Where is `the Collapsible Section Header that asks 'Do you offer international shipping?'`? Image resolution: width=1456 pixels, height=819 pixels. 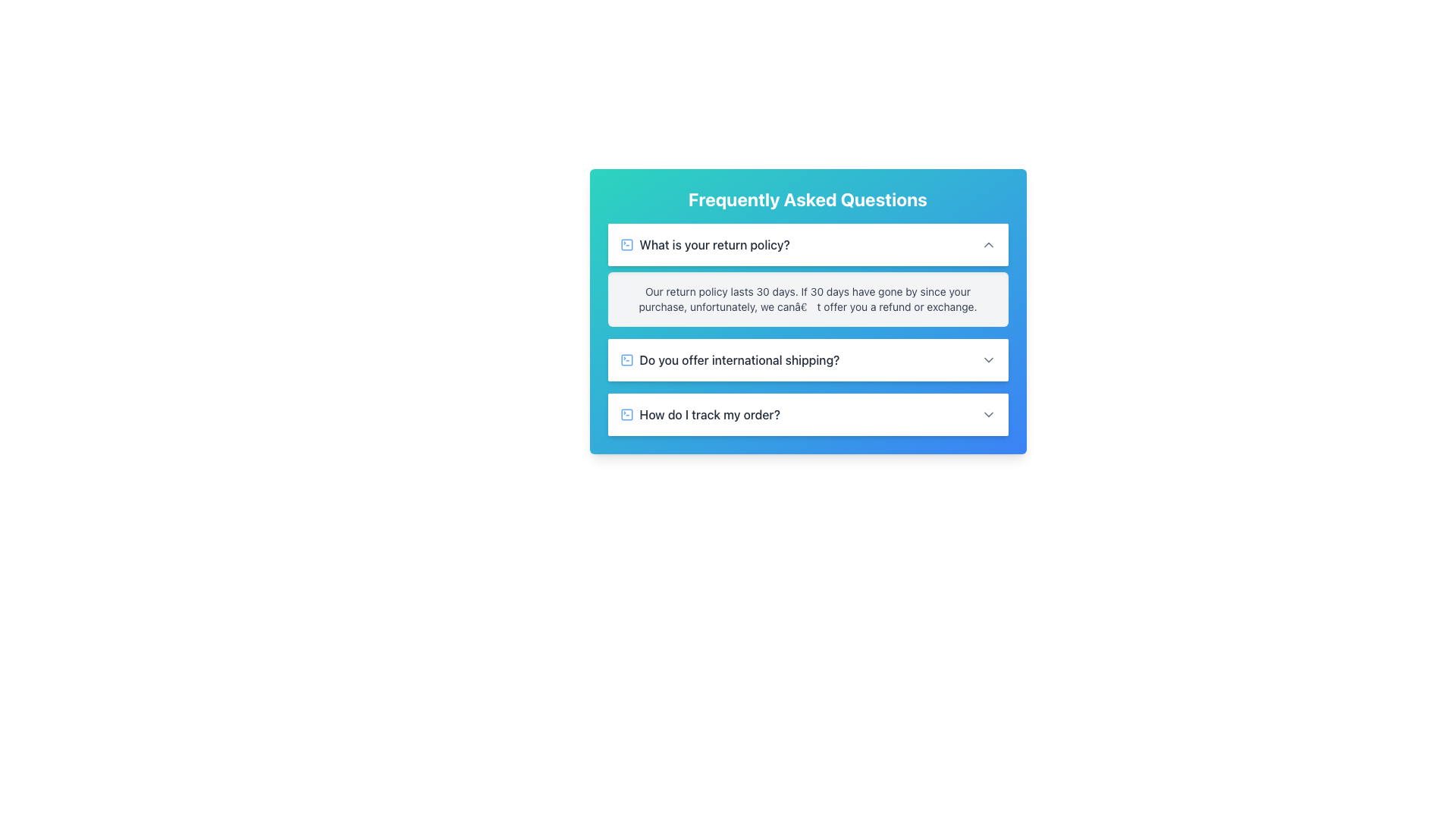 the Collapsible Section Header that asks 'Do you offer international shipping?' is located at coordinates (807, 359).